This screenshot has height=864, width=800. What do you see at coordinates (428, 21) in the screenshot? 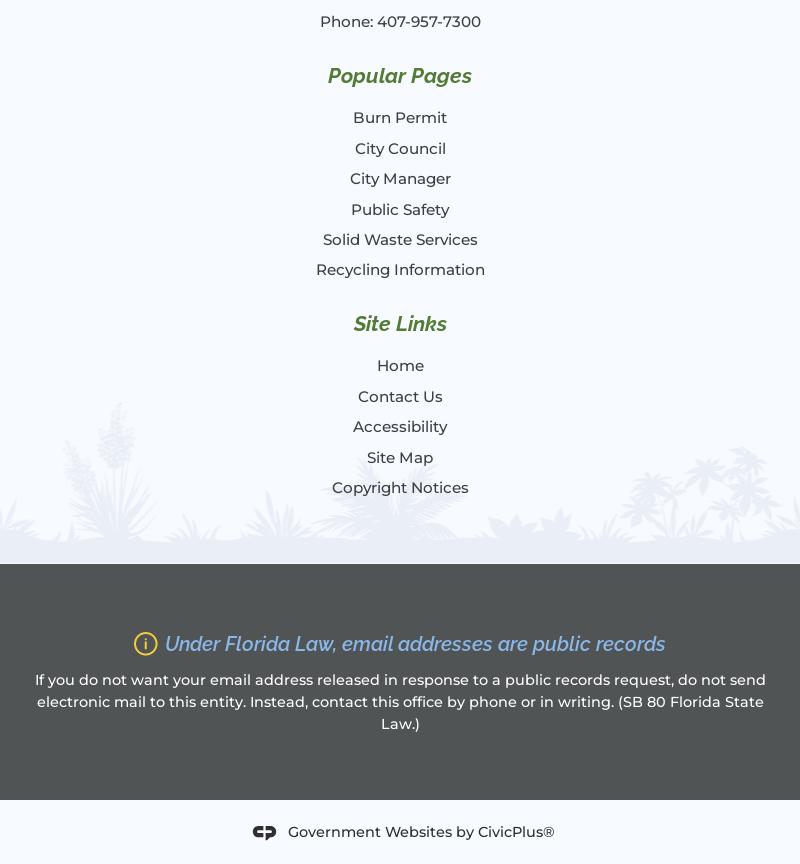
I see `'407-957-7300'` at bounding box center [428, 21].